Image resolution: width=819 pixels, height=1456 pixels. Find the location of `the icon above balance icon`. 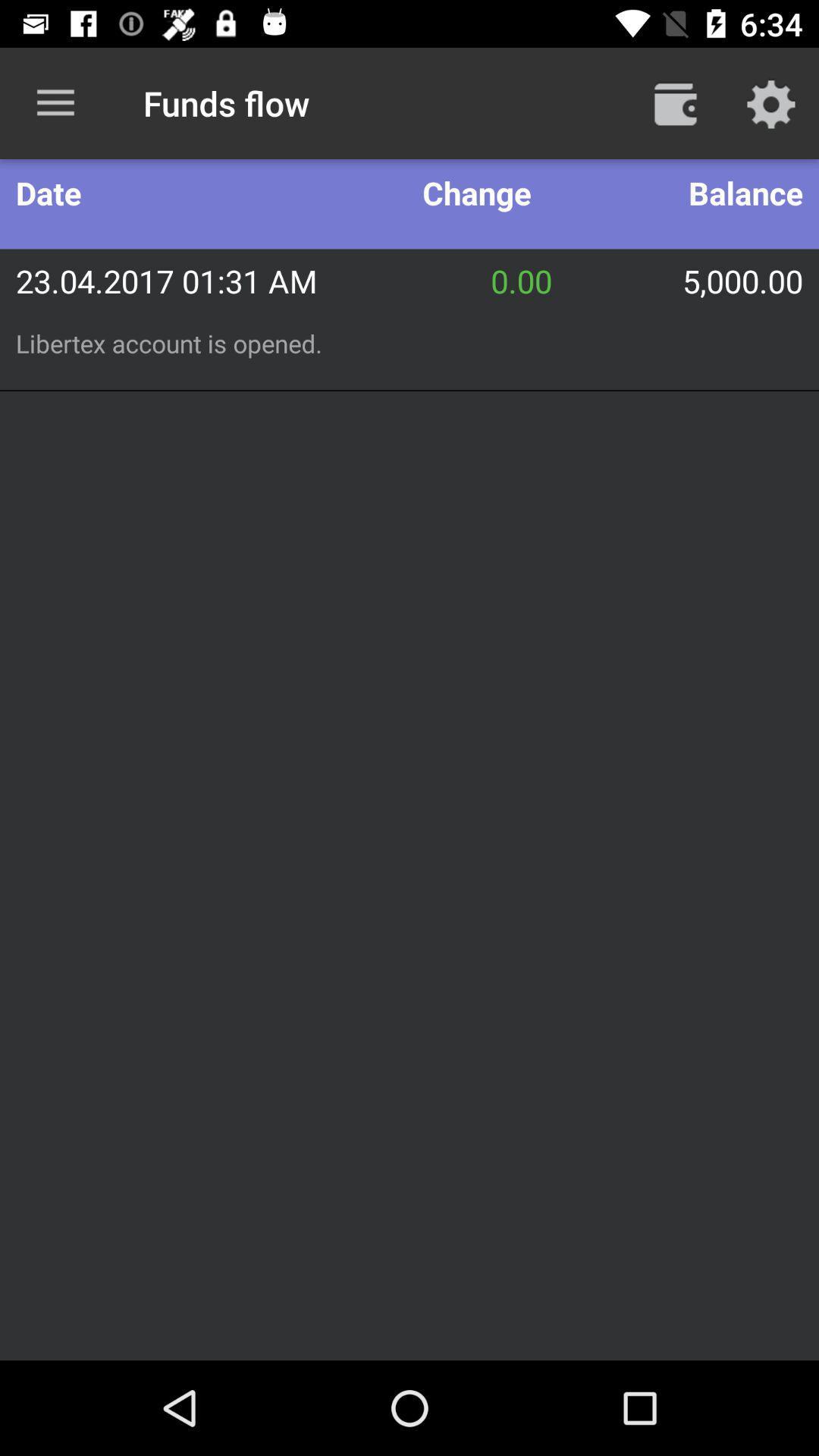

the icon above balance icon is located at coordinates (771, 102).